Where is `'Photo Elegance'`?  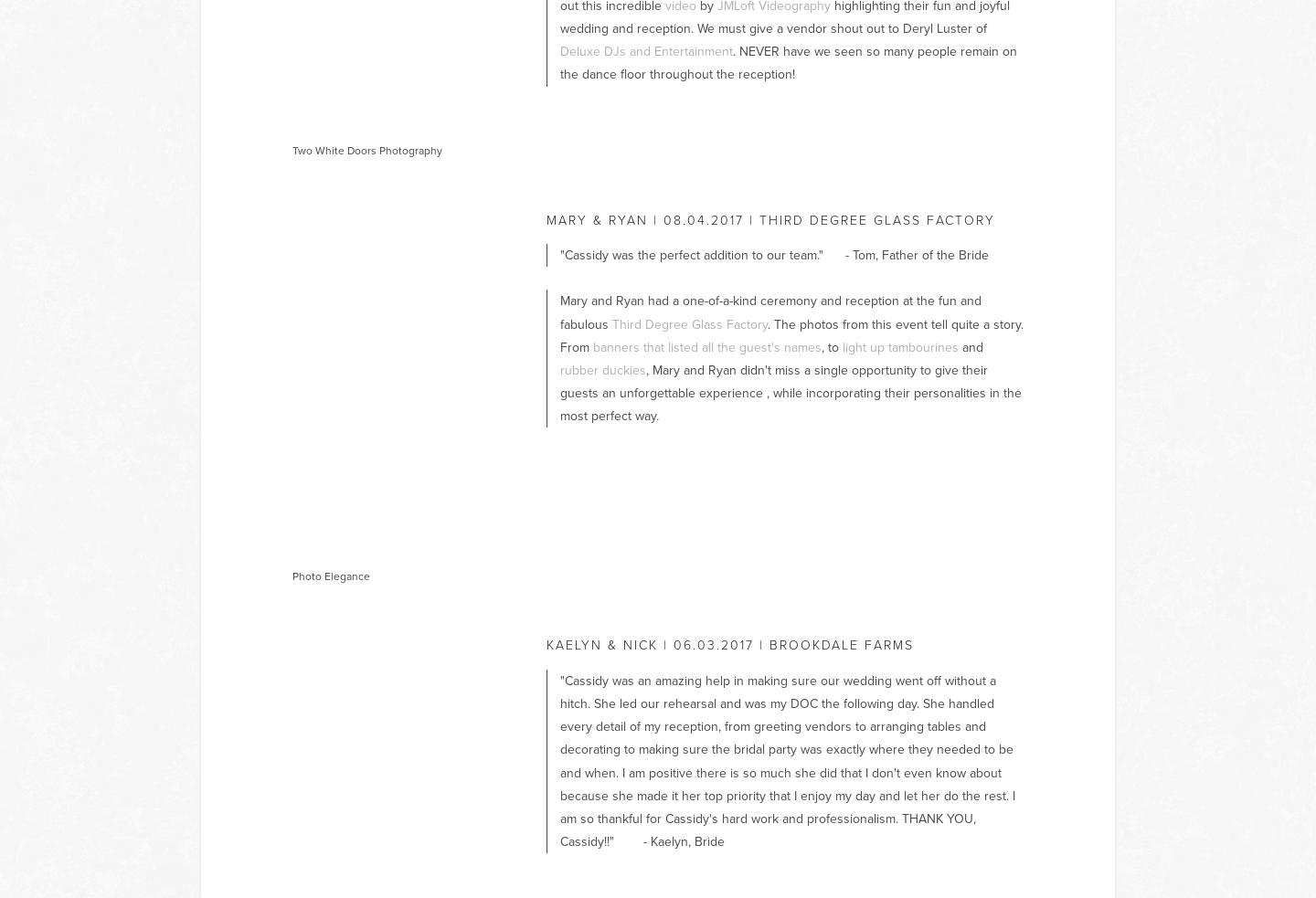 'Photo Elegance' is located at coordinates (292, 576).